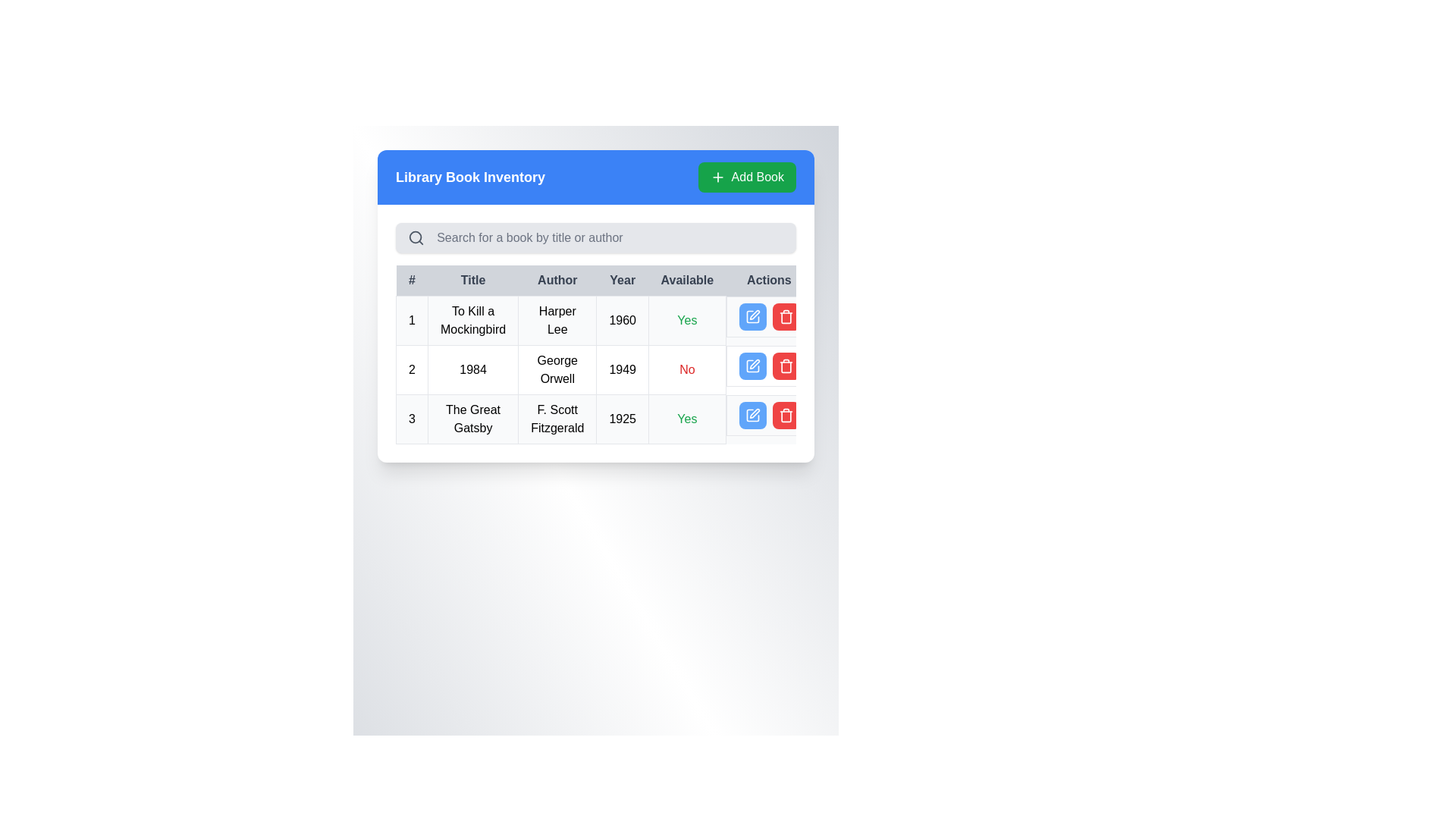 The image size is (1456, 819). What do you see at coordinates (786, 415) in the screenshot?
I see `the red button with a trash can icon for deleting 'The Great Gatsby' in the Actions column` at bounding box center [786, 415].